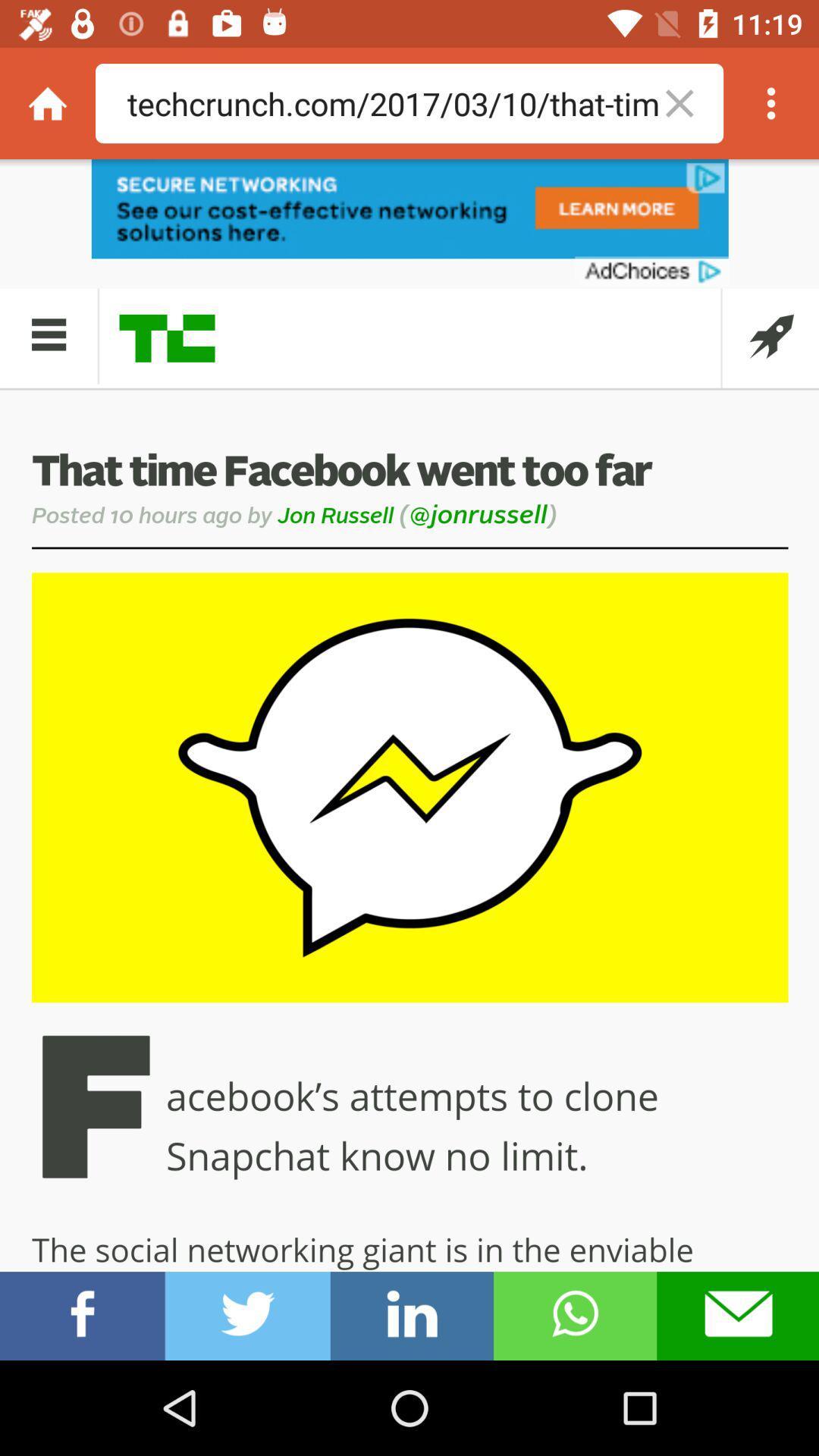 The height and width of the screenshot is (1456, 819). I want to click on go home menu, so click(46, 102).